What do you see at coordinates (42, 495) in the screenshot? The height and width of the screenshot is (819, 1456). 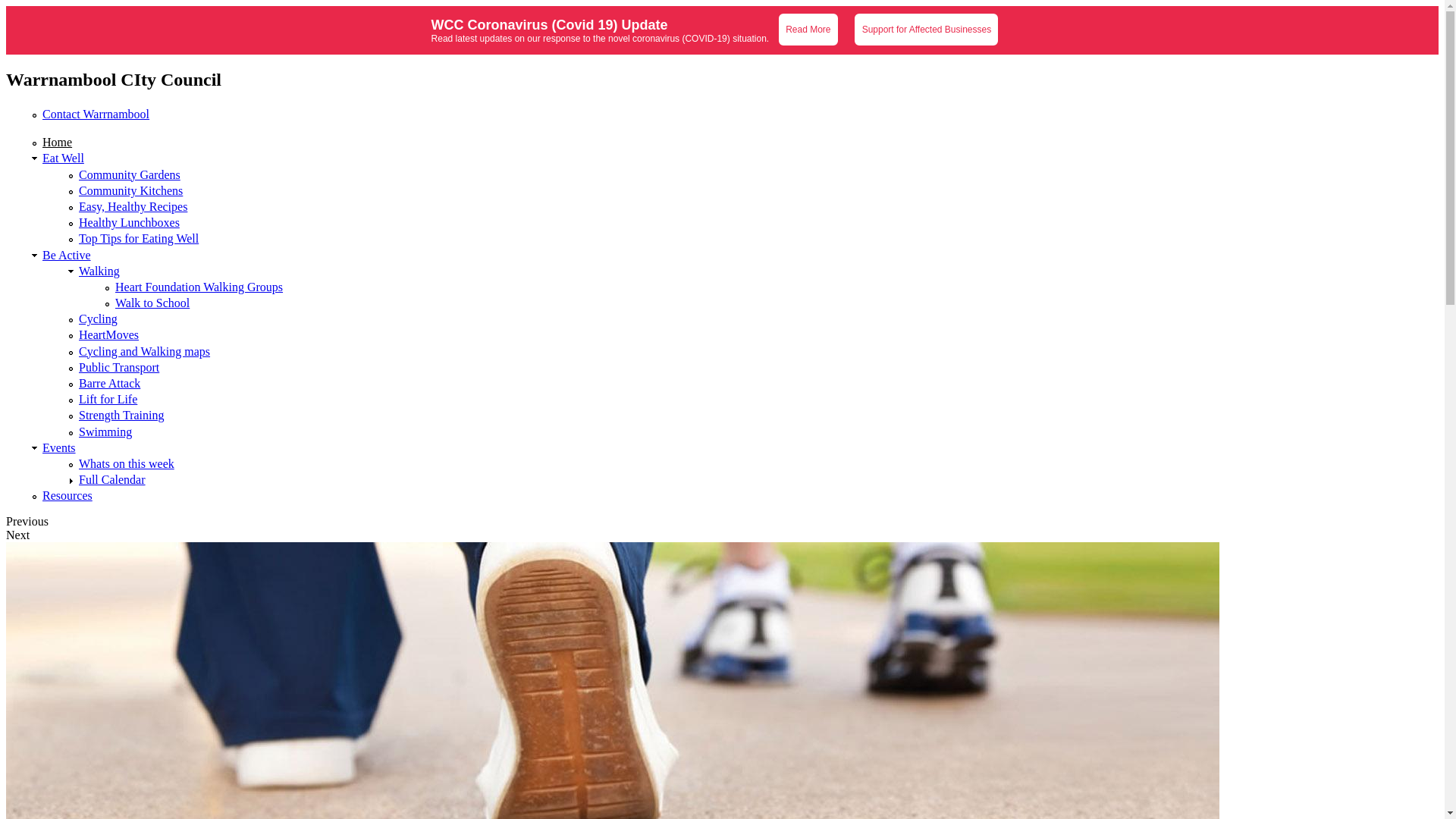 I see `'Resources'` at bounding box center [42, 495].